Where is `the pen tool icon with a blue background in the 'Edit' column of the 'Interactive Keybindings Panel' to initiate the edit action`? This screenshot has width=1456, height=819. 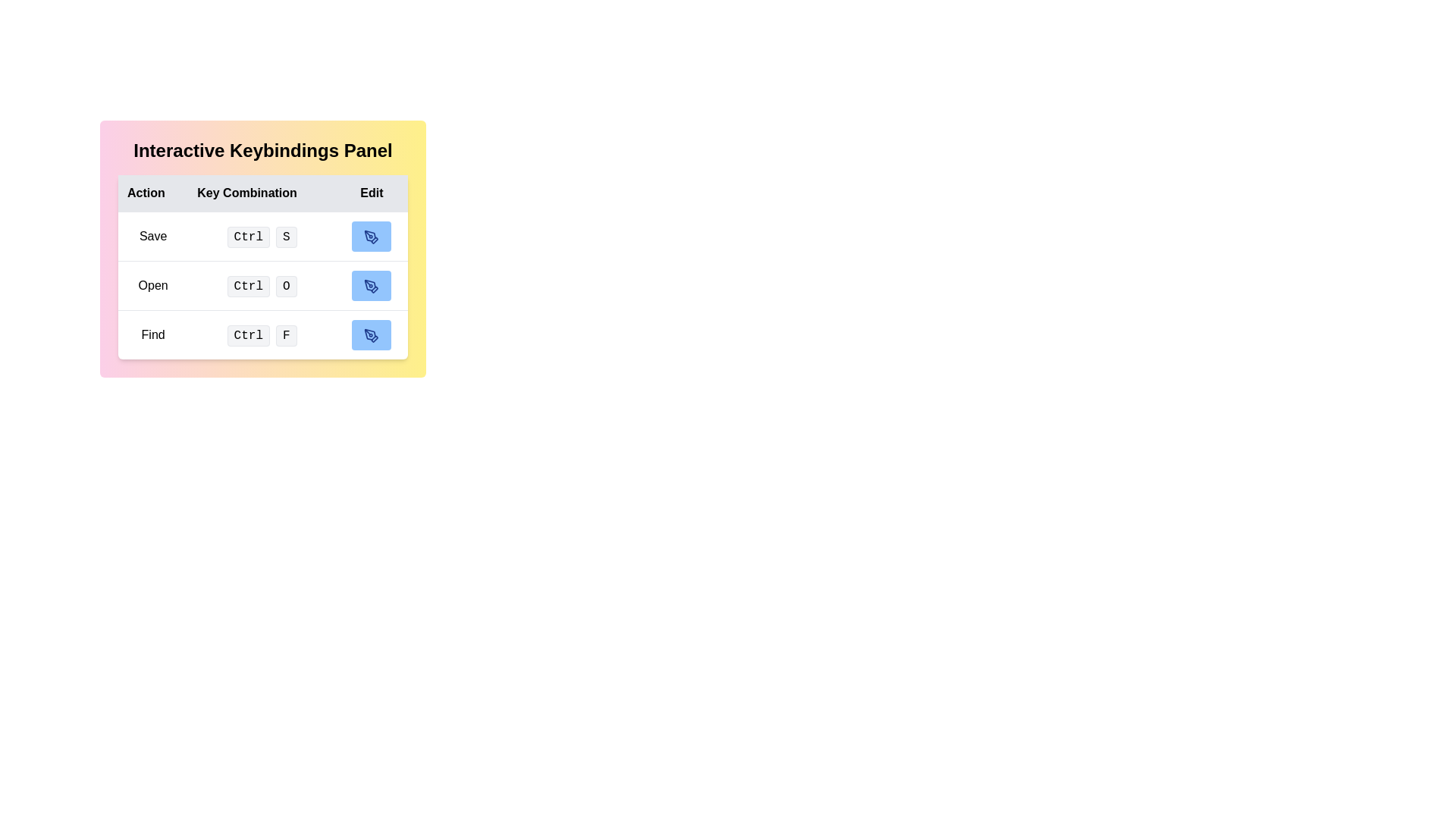 the pen tool icon with a blue background in the 'Edit' column of the 'Interactive Keybindings Panel' to initiate the edit action is located at coordinates (372, 286).